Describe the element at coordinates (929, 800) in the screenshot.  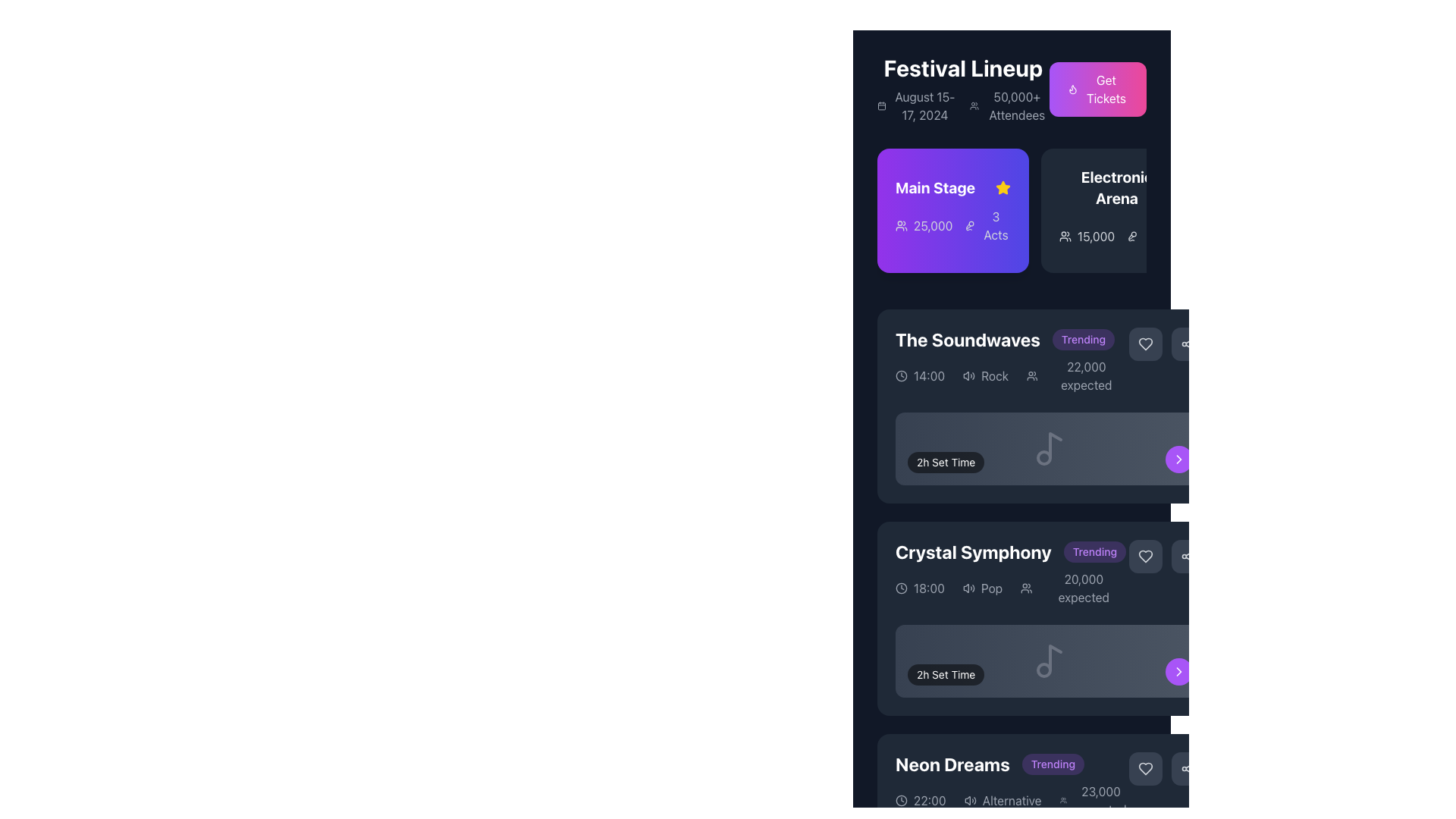
I see `the time indicator text label for the event 'Neon Dreams' located at the bottom of the events list, which displays the scheduled time (22:00)` at that location.